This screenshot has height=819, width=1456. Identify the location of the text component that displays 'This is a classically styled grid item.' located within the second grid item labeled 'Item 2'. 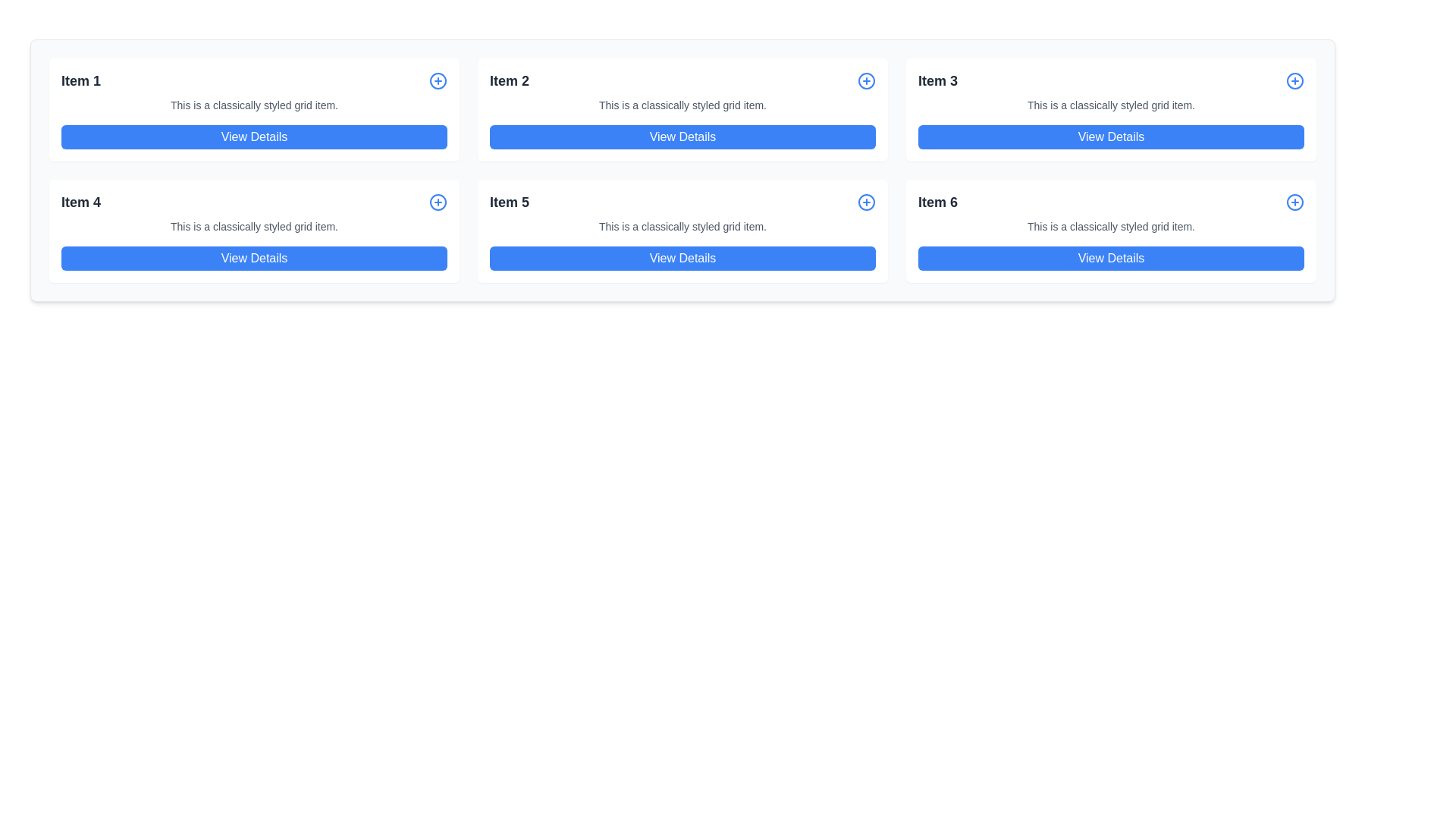
(682, 104).